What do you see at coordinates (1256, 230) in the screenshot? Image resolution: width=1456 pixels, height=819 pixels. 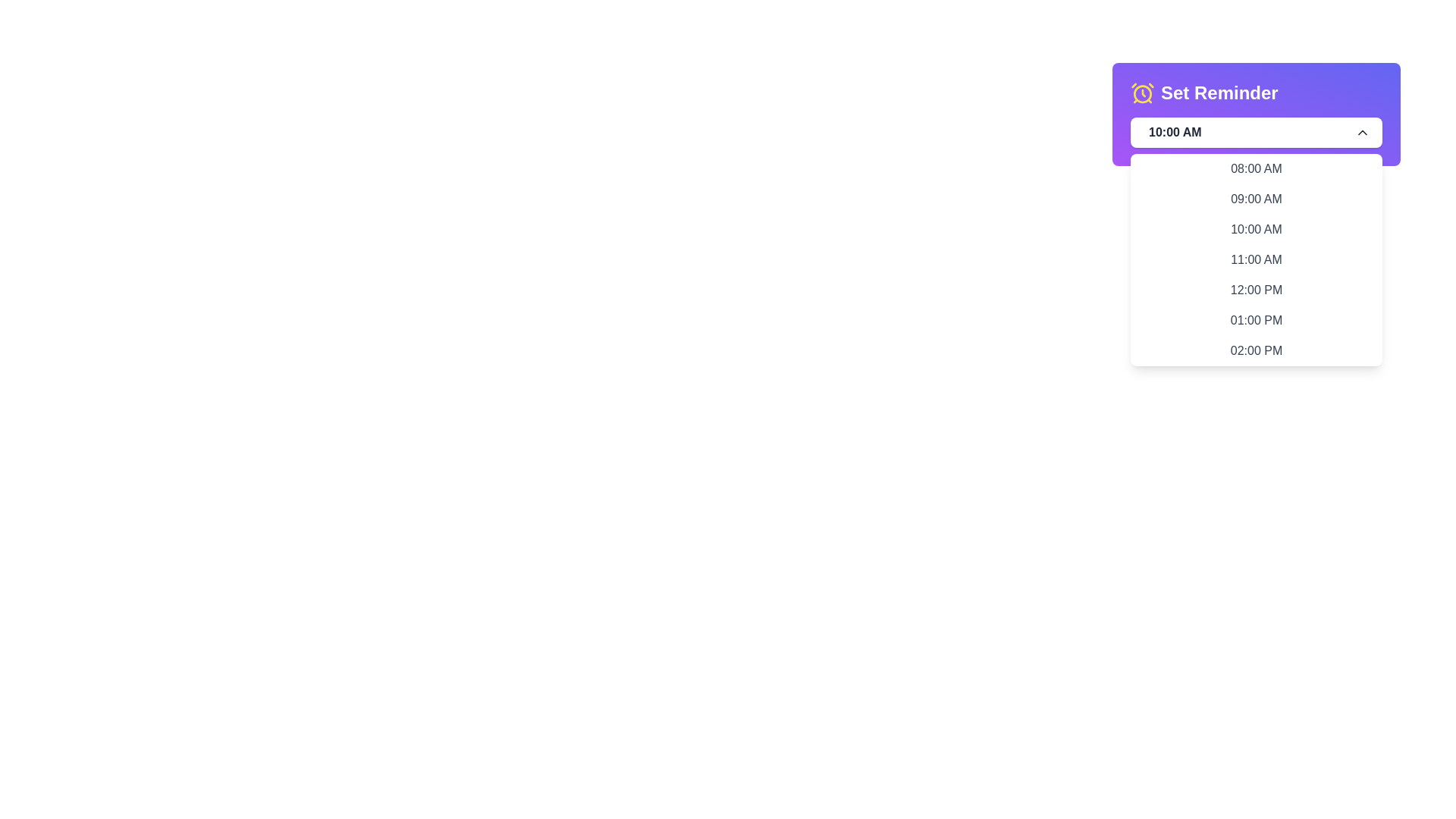 I see `the '10:00 AM' dropdown option, which is the third item in the vertical list of time options under the 'Set Reminder' header` at bounding box center [1256, 230].